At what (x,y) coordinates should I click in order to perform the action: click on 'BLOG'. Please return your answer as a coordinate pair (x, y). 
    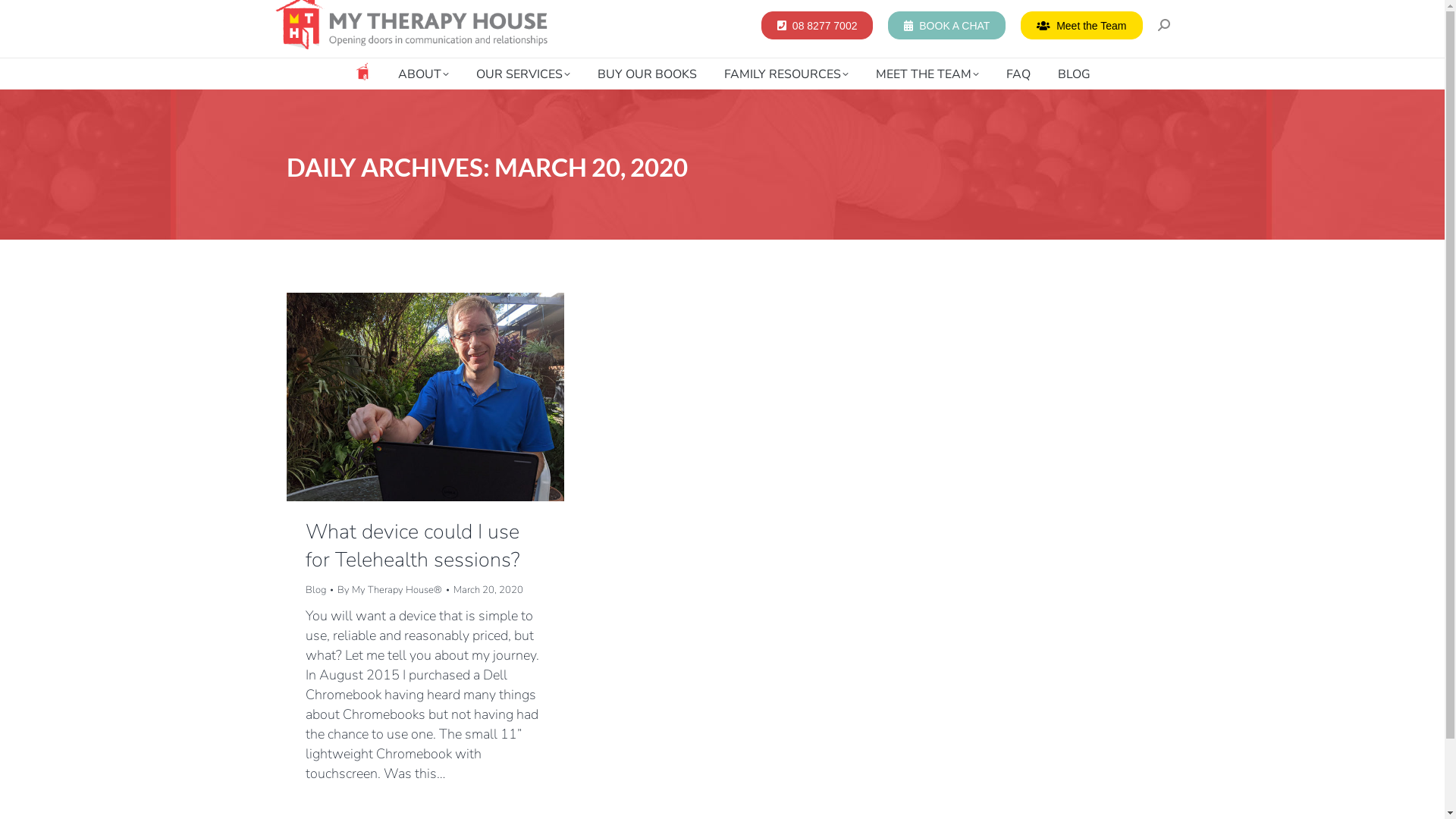
    Looking at the image, I should click on (1050, 74).